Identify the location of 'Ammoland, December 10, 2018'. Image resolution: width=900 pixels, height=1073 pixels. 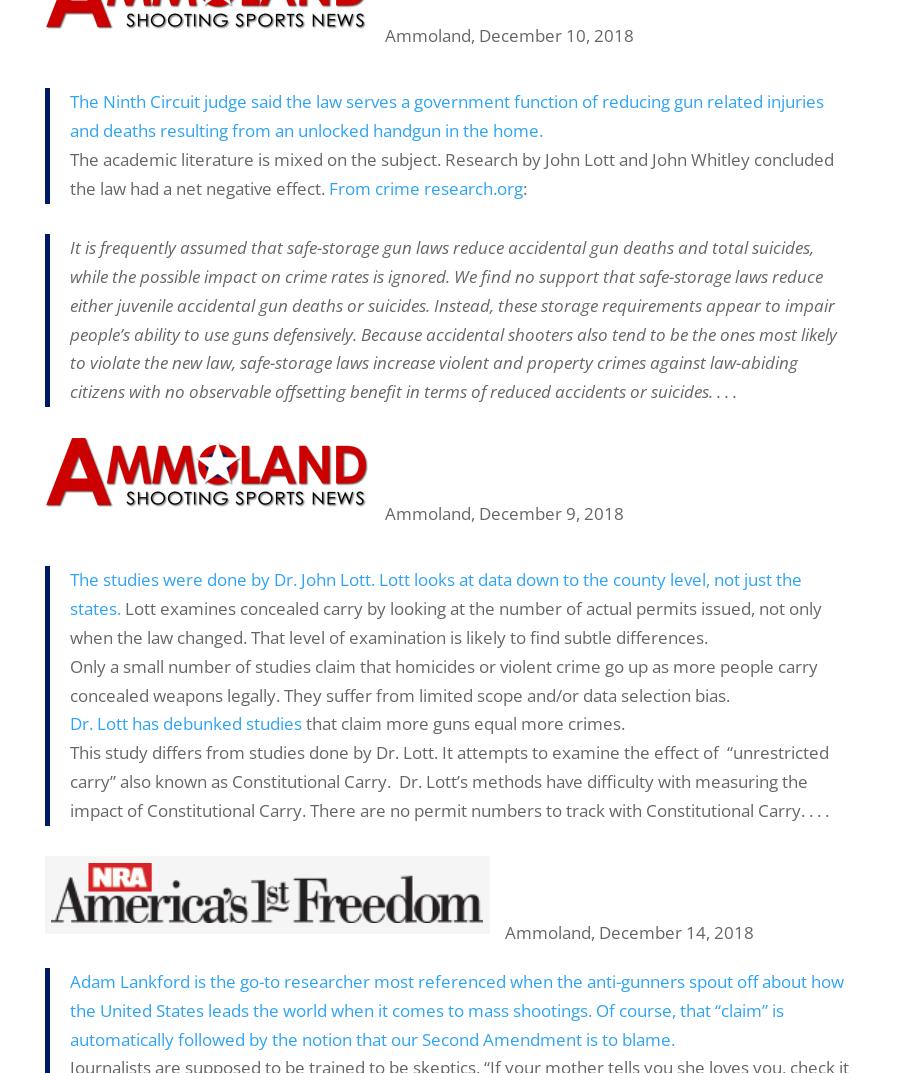
(508, 34).